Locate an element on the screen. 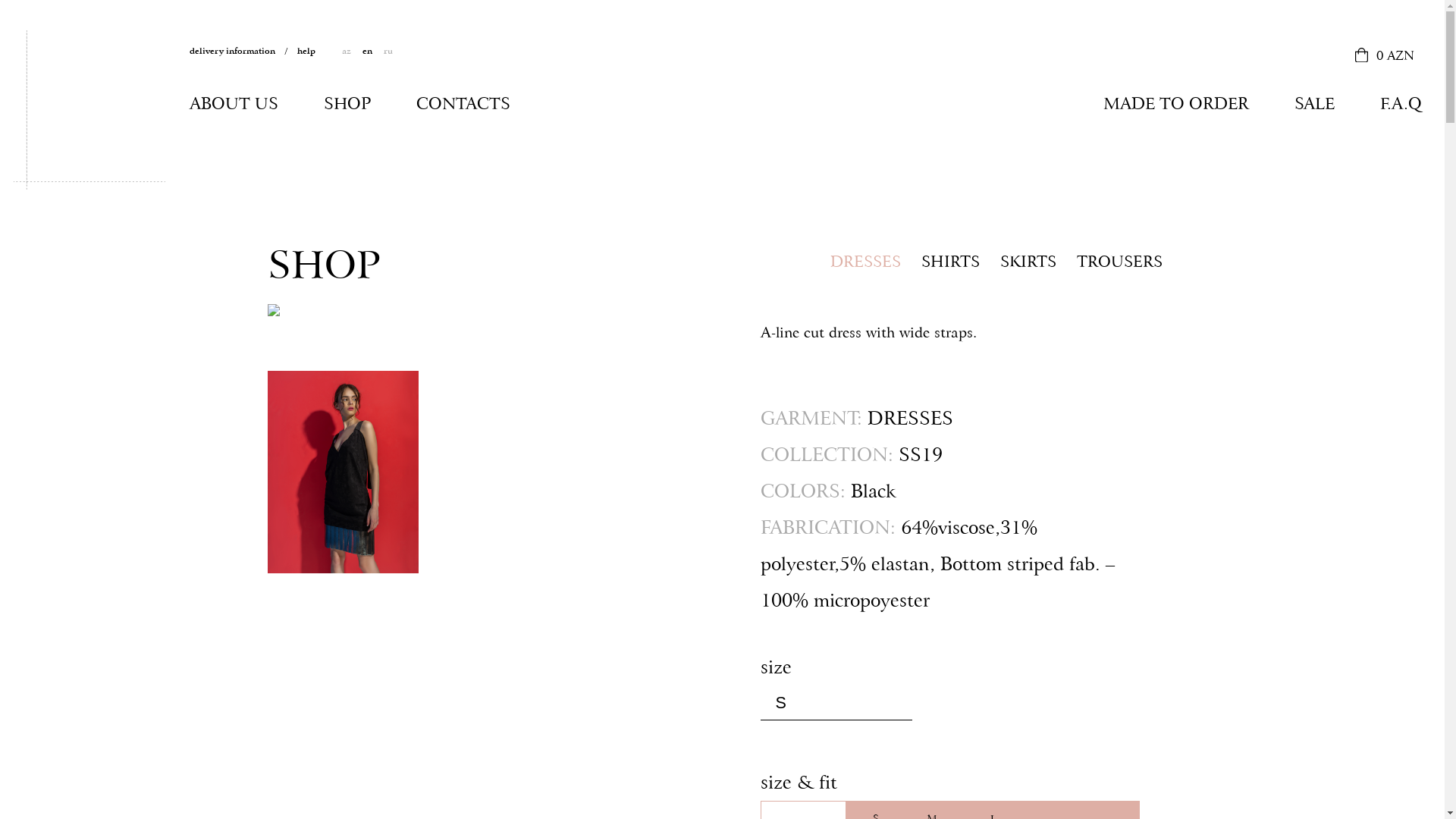 This screenshot has height=819, width=1456. 'SALE' is located at coordinates (1294, 103).